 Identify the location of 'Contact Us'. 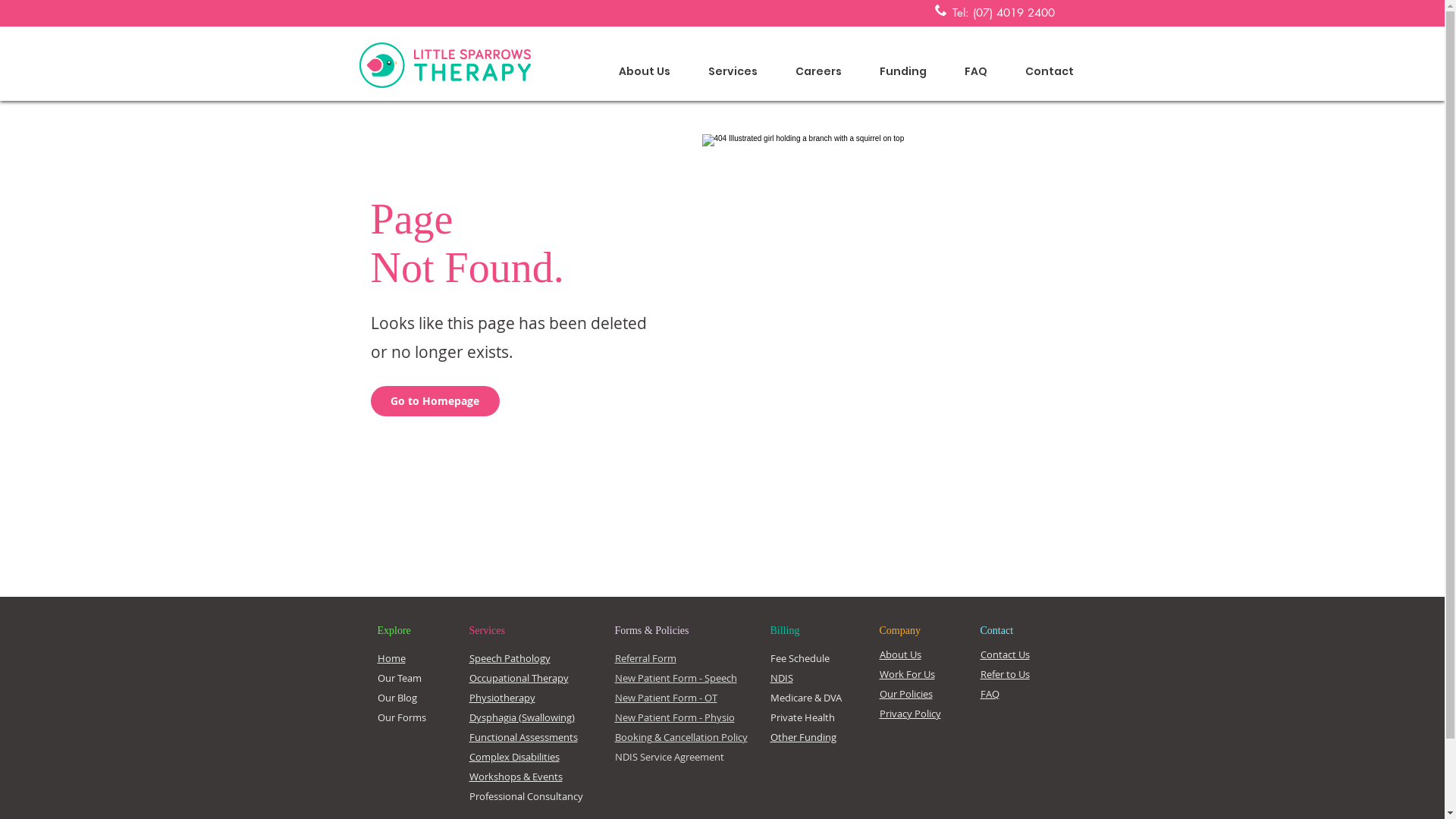
(1004, 654).